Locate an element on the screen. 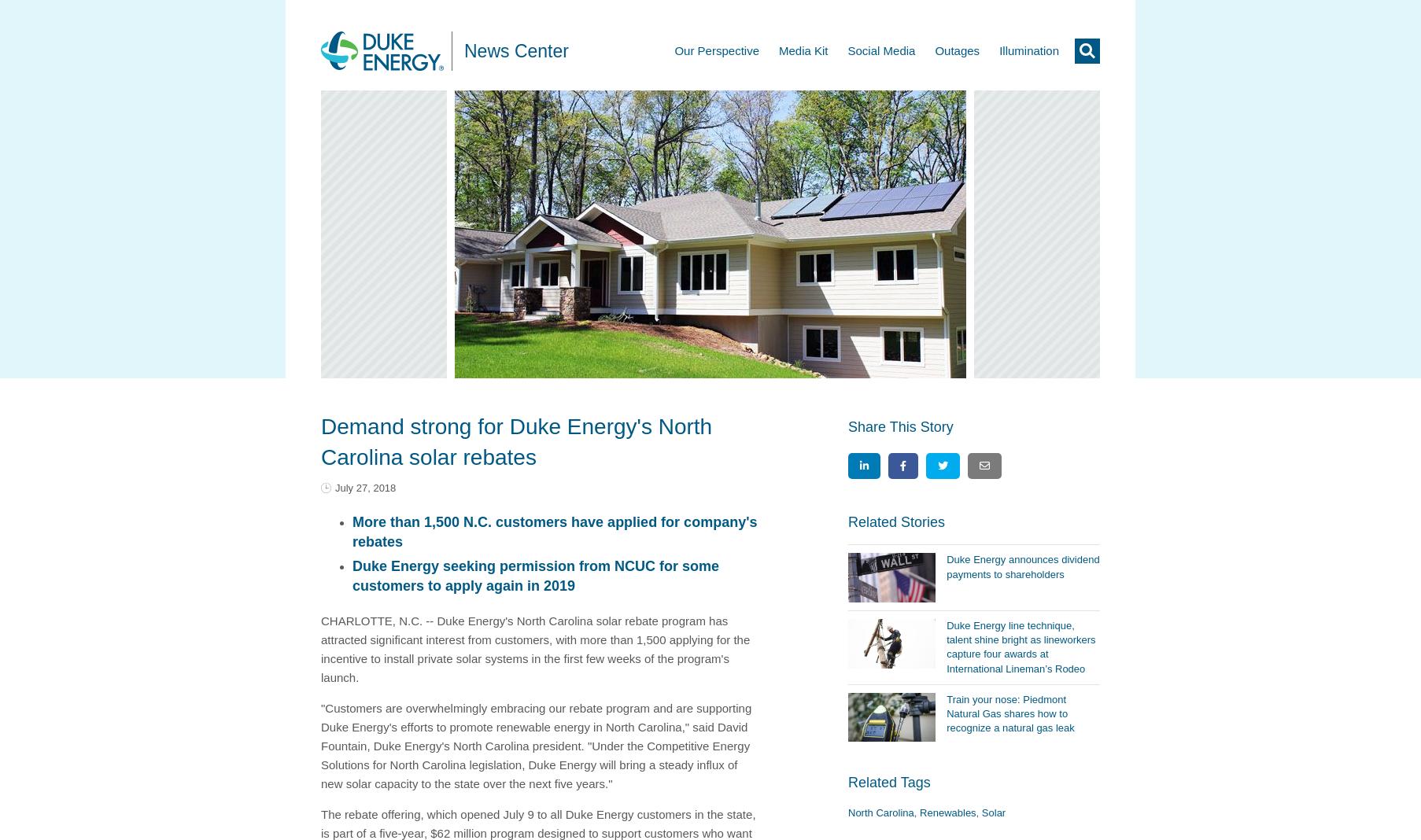  '-- Duke Energy's' is located at coordinates (425, 620).